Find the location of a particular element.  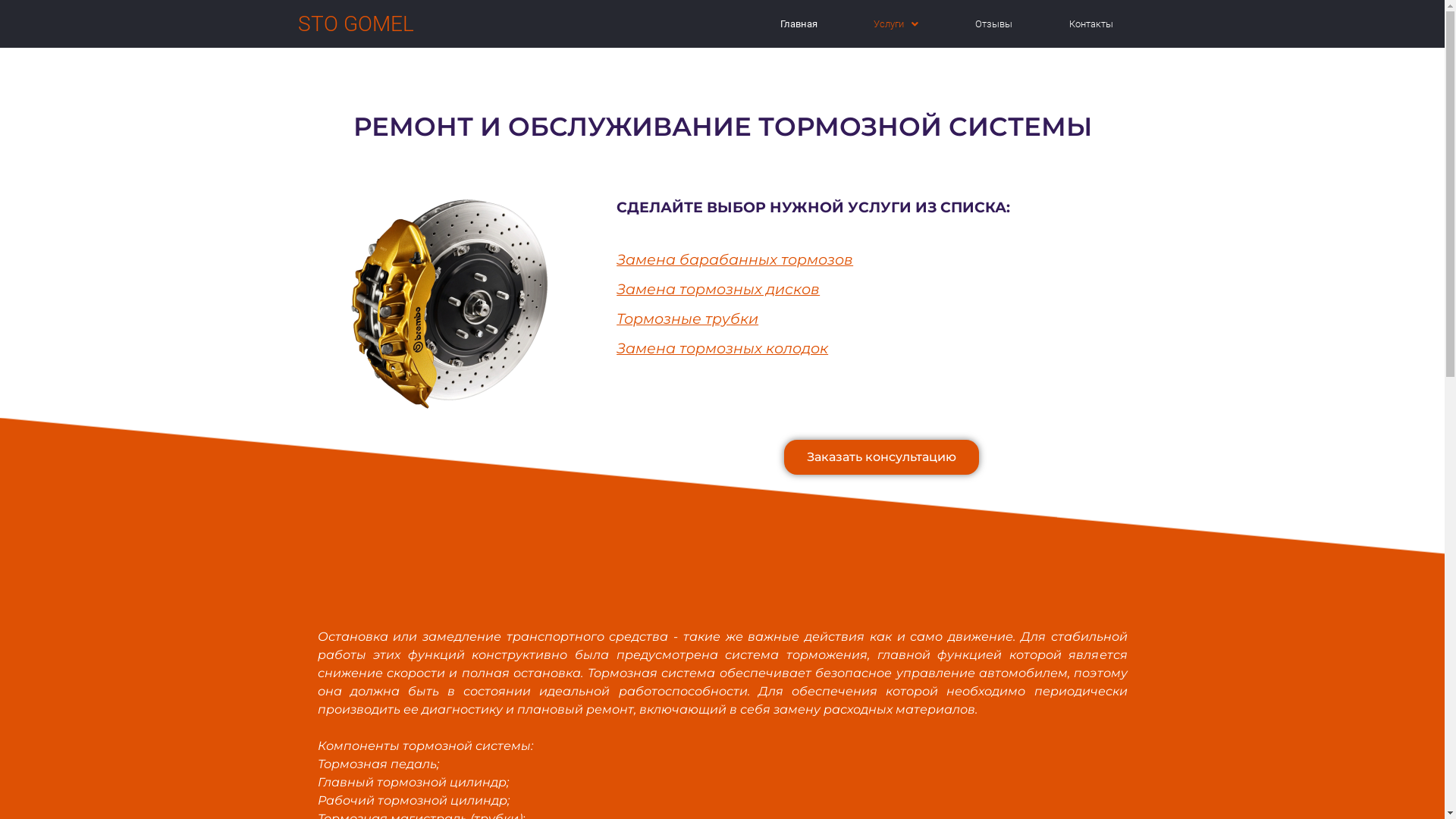

'STO GOMEL' is located at coordinates (354, 23).